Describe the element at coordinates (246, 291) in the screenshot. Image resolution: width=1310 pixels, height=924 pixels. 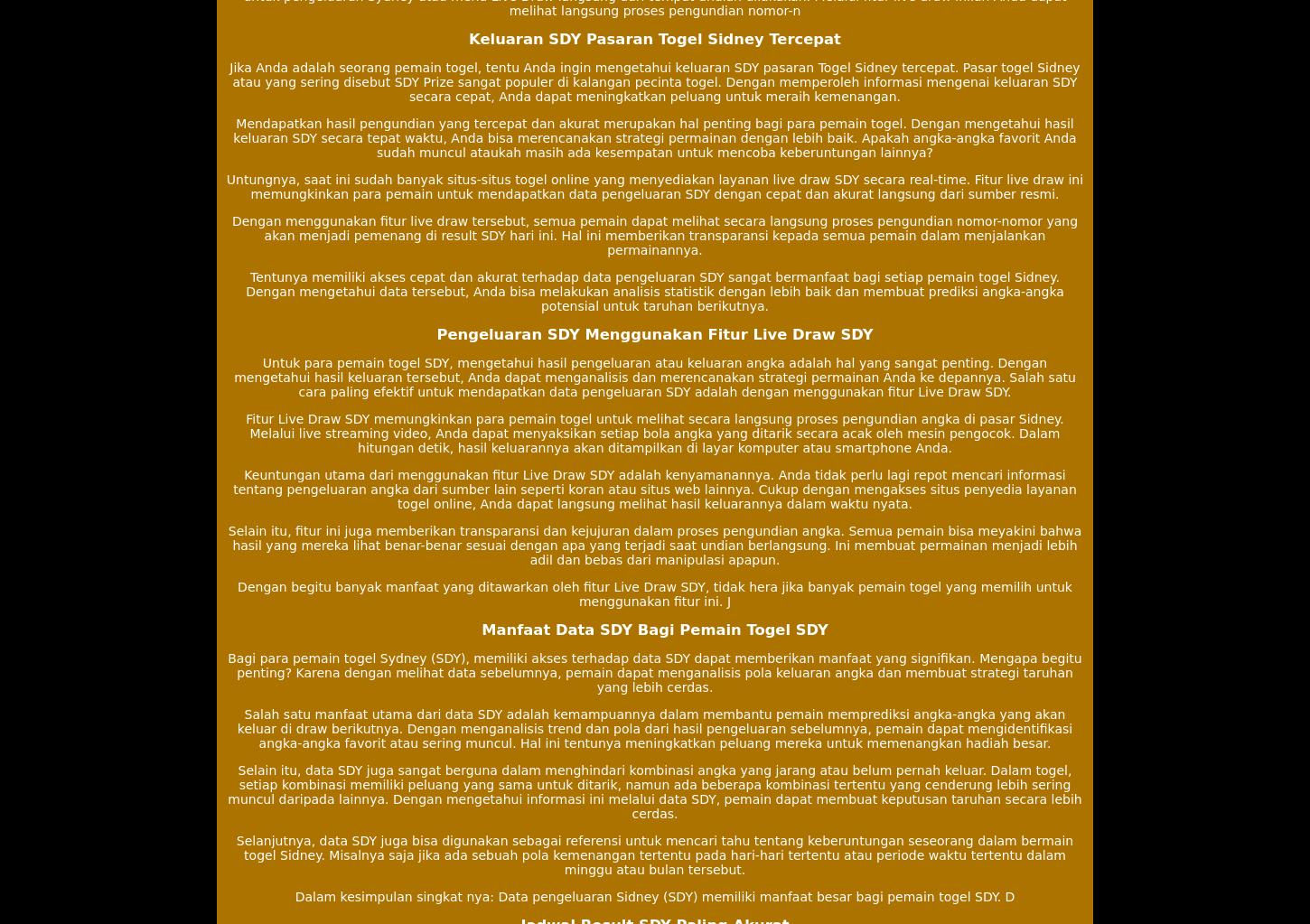
I see `'Tentunya memiliki akses cepat dan akurat terhadap data pengeluaran SDY sangat bermanfaat bagi setiap pemain togel Sidney. Dengan mengetahui data tersebut, Anda bisa melakukan analisis statistik dengan lebih baik dan membuat prediksi angka-angka potensial untuk taruhan berikutnya.'` at that location.